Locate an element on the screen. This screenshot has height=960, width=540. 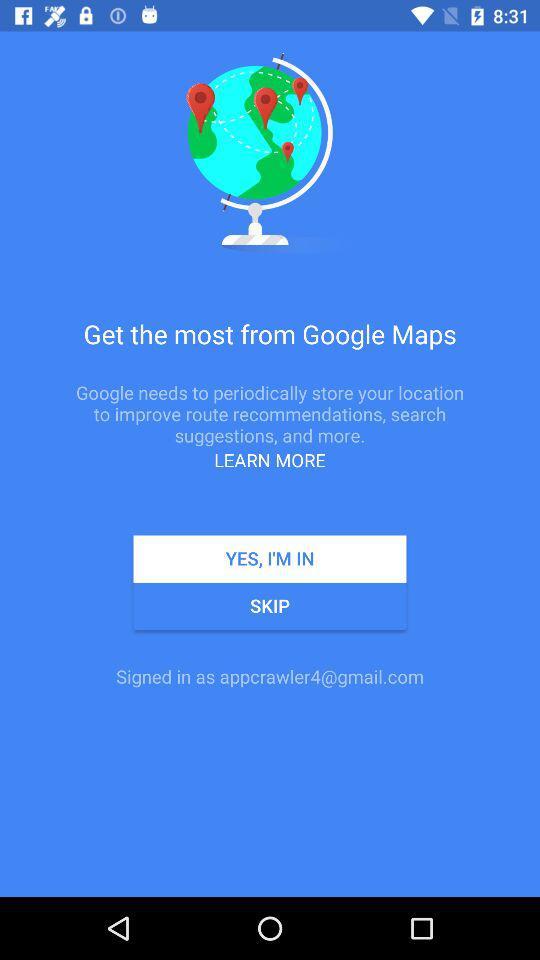
button above skip icon is located at coordinates (270, 559).